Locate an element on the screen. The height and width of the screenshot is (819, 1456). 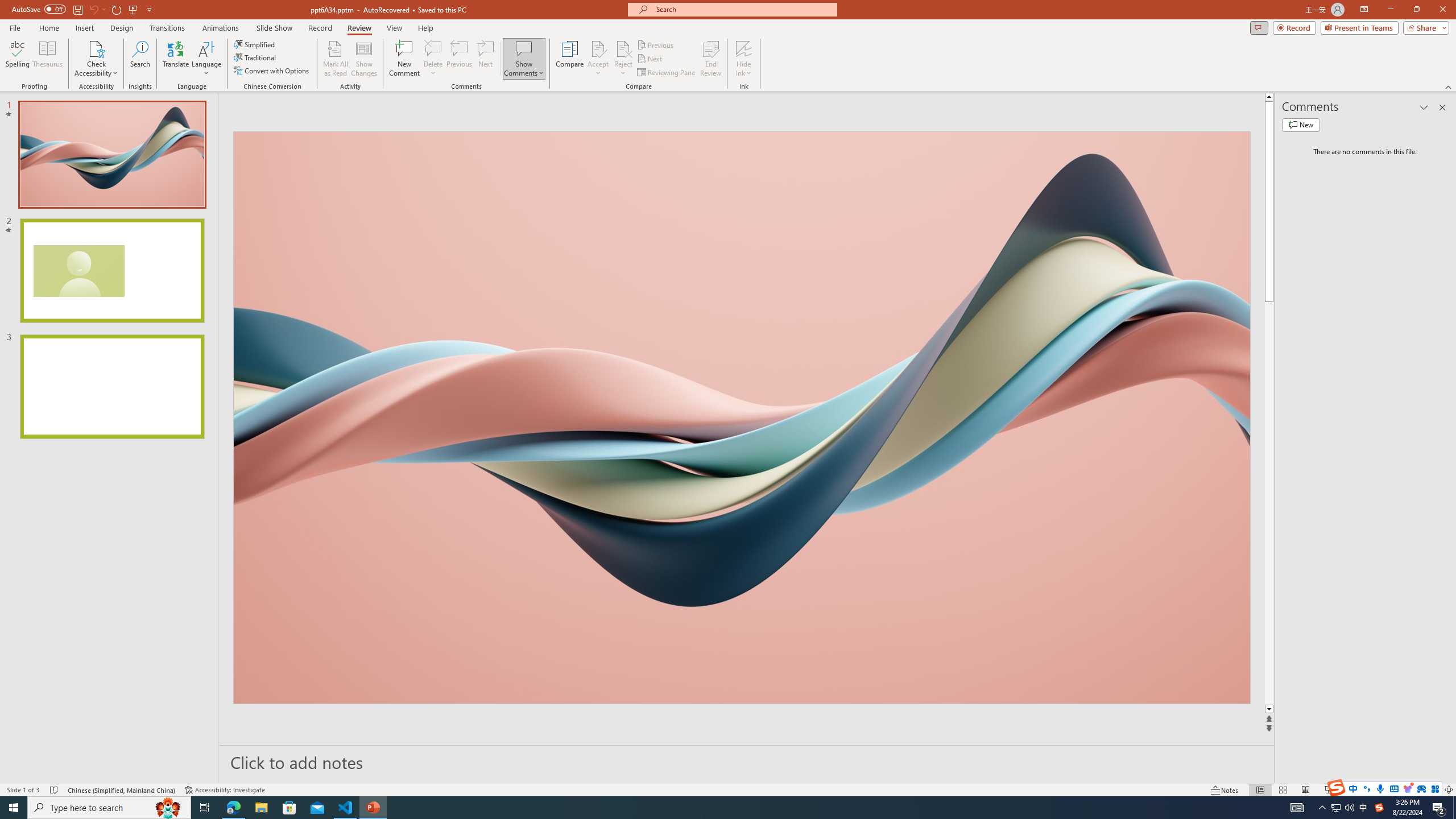
'Language' is located at coordinates (206, 59).